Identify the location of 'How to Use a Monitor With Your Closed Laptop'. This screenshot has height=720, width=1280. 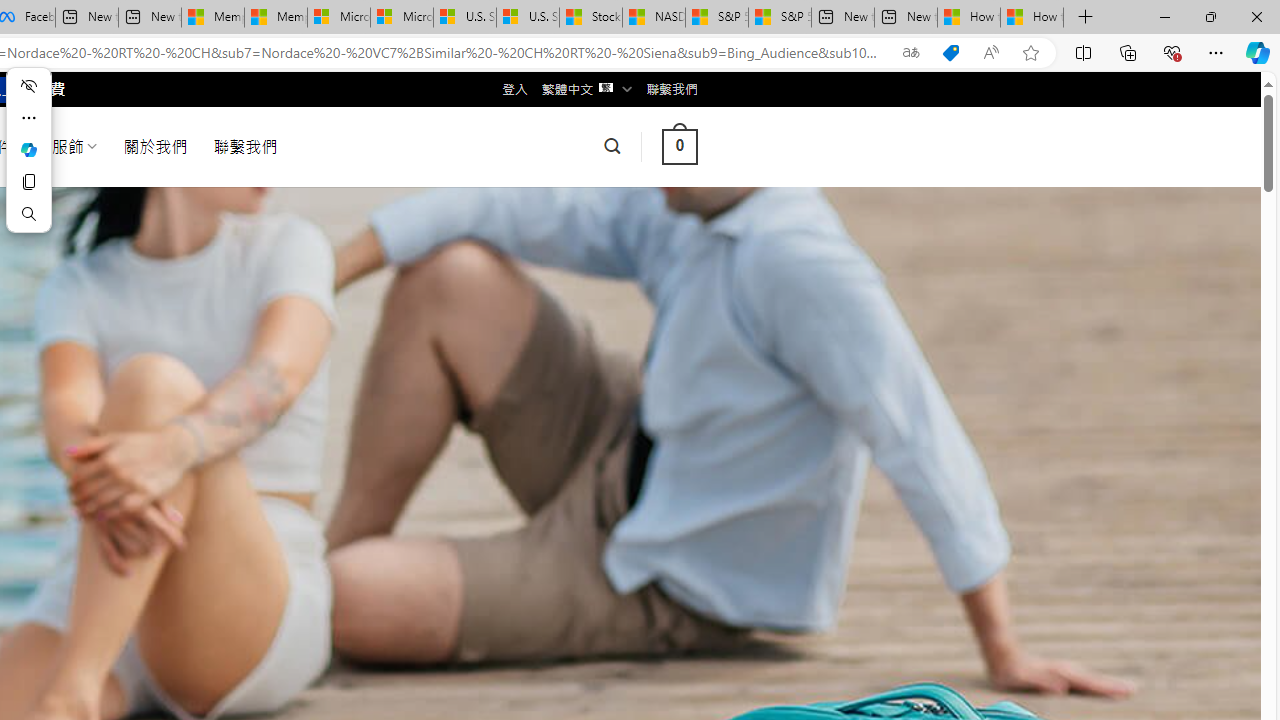
(1032, 17).